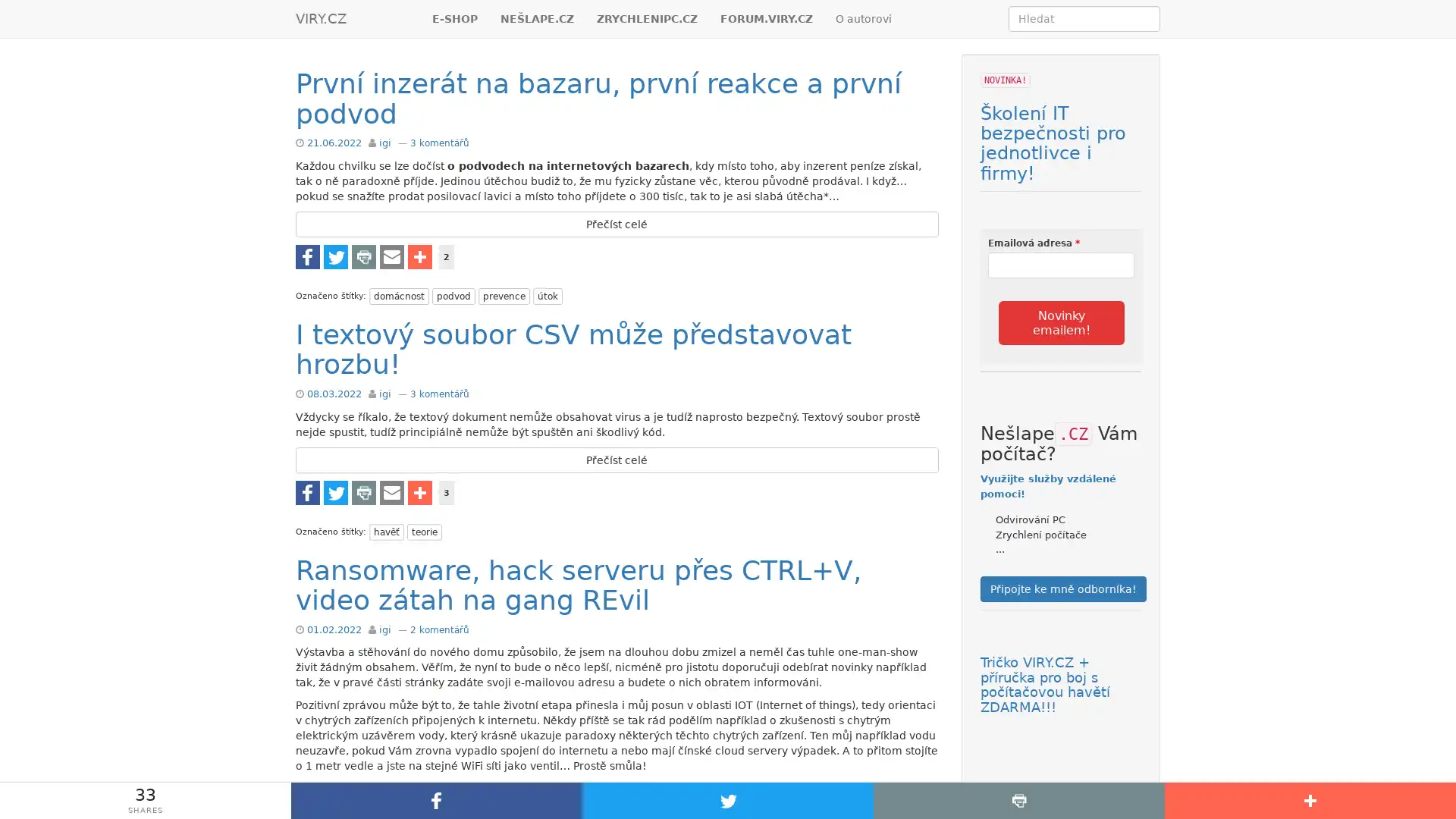 This screenshot has width=1456, height=819. What do you see at coordinates (307, 256) in the screenshot?
I see `Share to Facebook` at bounding box center [307, 256].